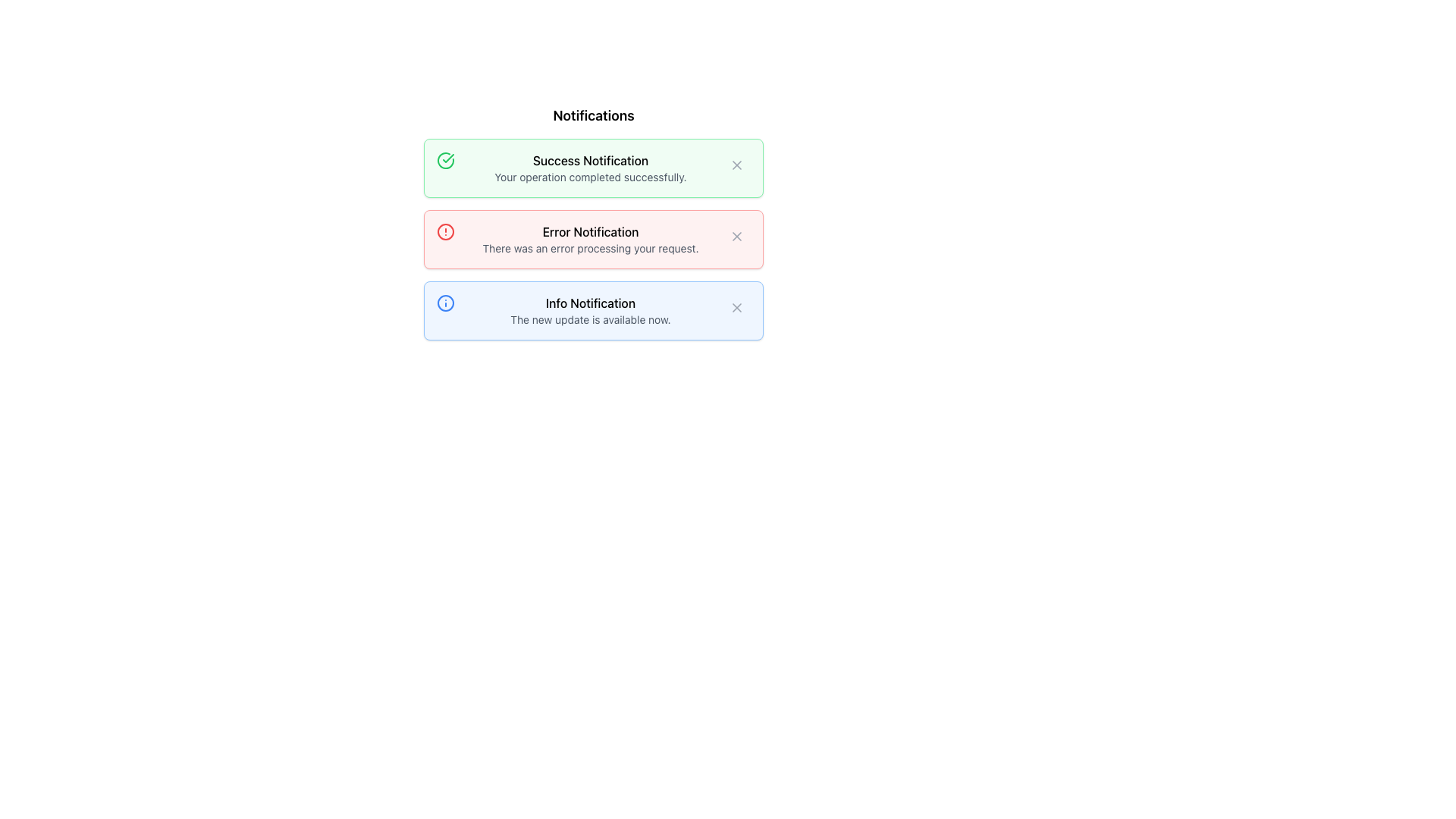 Image resolution: width=1456 pixels, height=819 pixels. What do you see at coordinates (445, 303) in the screenshot?
I see `the information message icon located at the far left of the 'Info Notification' box in the third row of the notification list` at bounding box center [445, 303].